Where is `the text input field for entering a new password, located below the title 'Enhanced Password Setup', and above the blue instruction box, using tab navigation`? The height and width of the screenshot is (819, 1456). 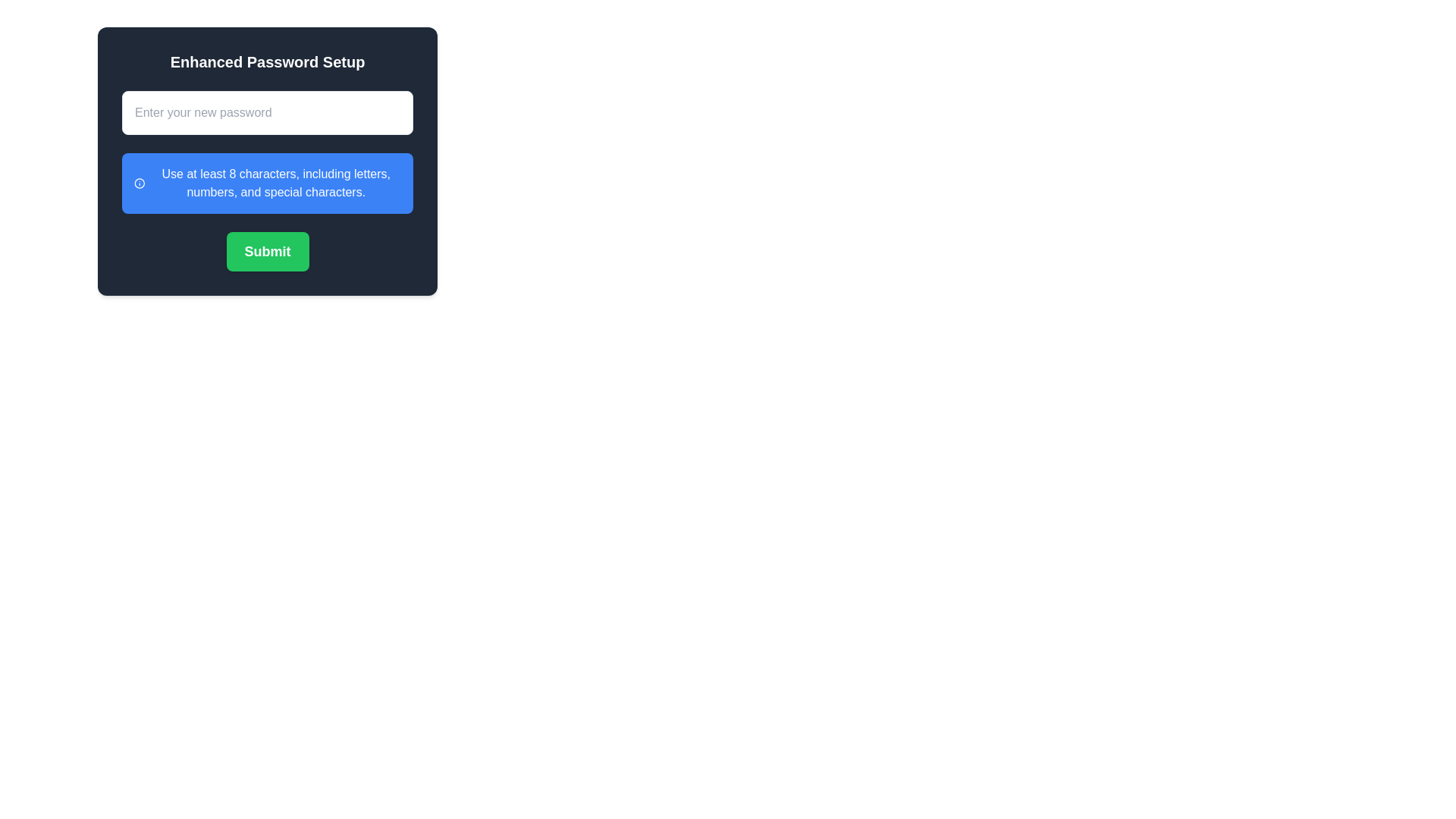 the text input field for entering a new password, located below the title 'Enhanced Password Setup', and above the blue instruction box, using tab navigation is located at coordinates (268, 112).